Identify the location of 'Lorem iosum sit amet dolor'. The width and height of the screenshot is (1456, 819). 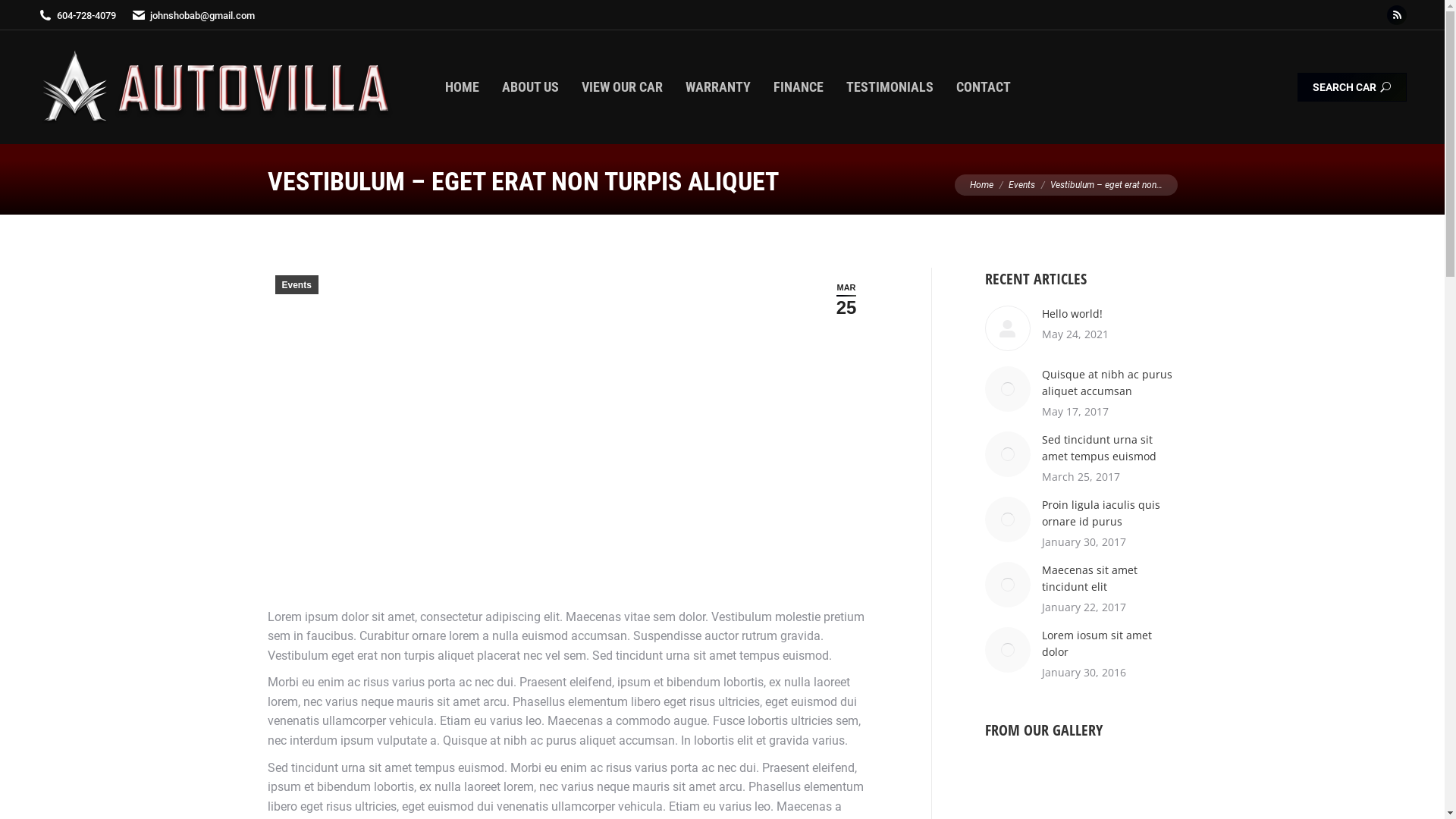
(1109, 643).